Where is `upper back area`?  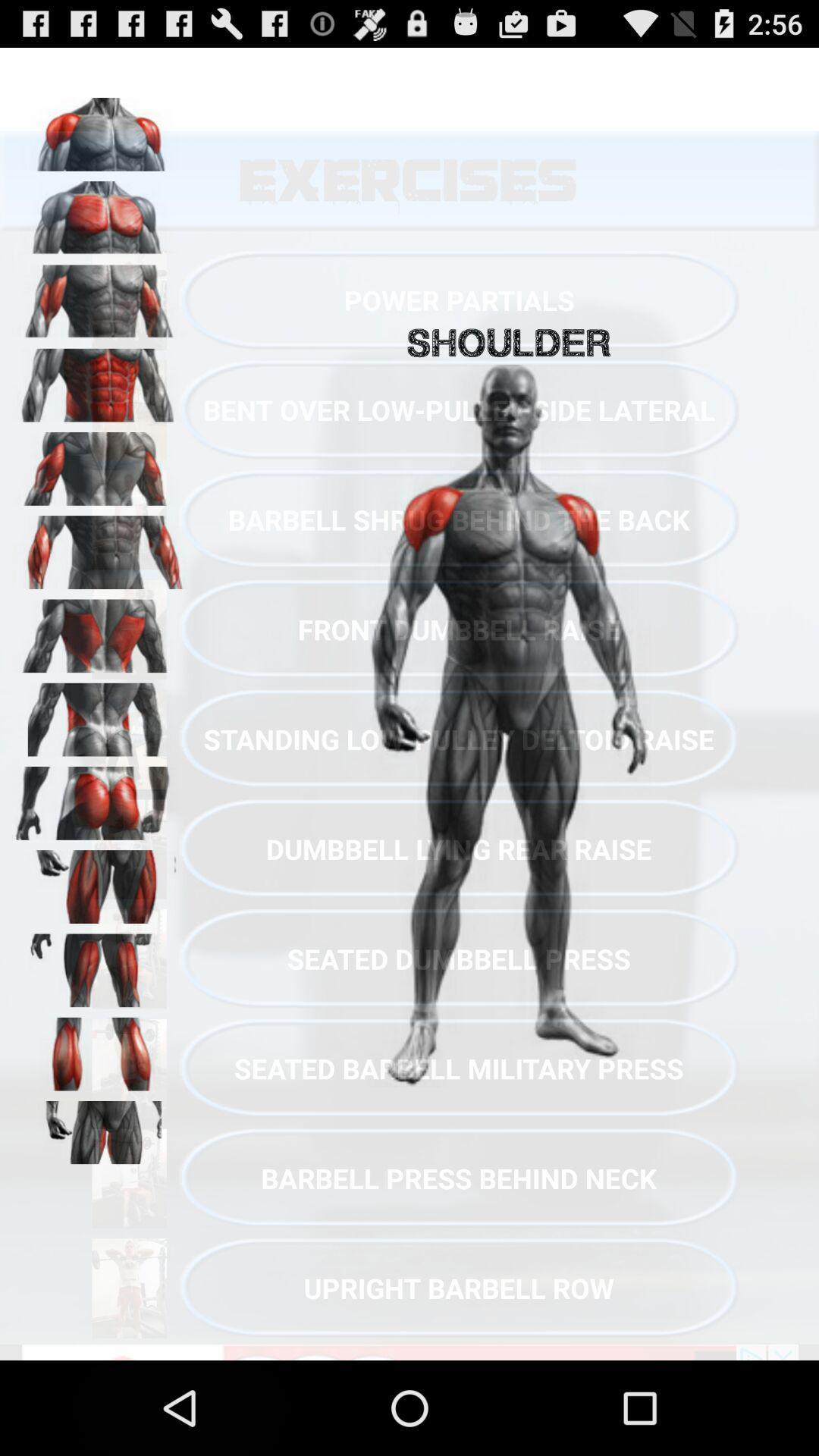 upper back area is located at coordinates (99, 631).